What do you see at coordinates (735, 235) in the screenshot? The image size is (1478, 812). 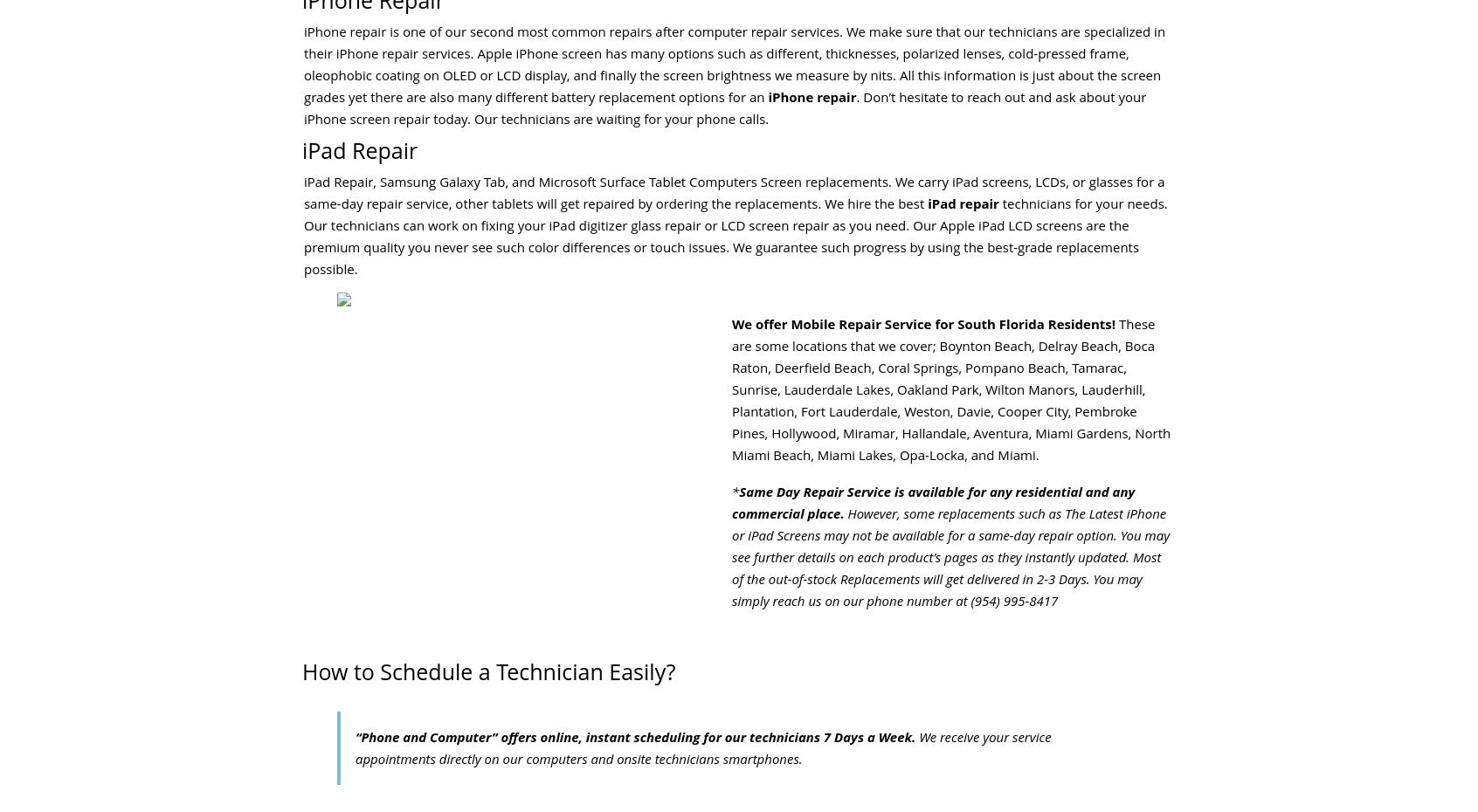 I see `'technicians for your needs. Our technicians can work on fixing your iPad digitizer glass repair or LCD screen repair as you need. Our Apple iPad LCD screens are the premium quality you never see such color differences or touch issues. We guarantee such progress by using the best-grade replacements possible.'` at bounding box center [735, 235].